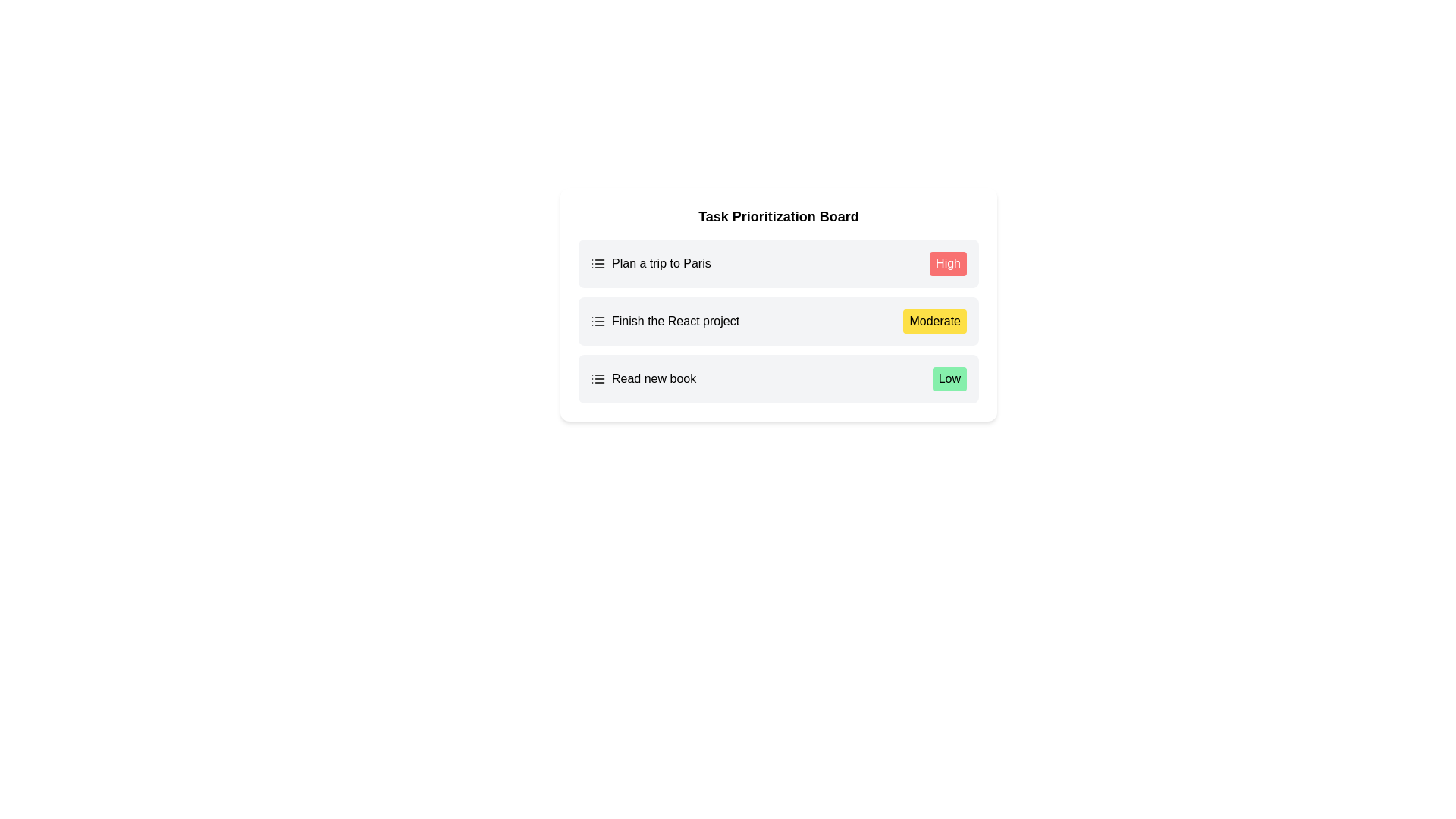  I want to click on the priority level indicator for the task 'Read new book', located on the right side of its row in the task prioritization board, so click(949, 378).